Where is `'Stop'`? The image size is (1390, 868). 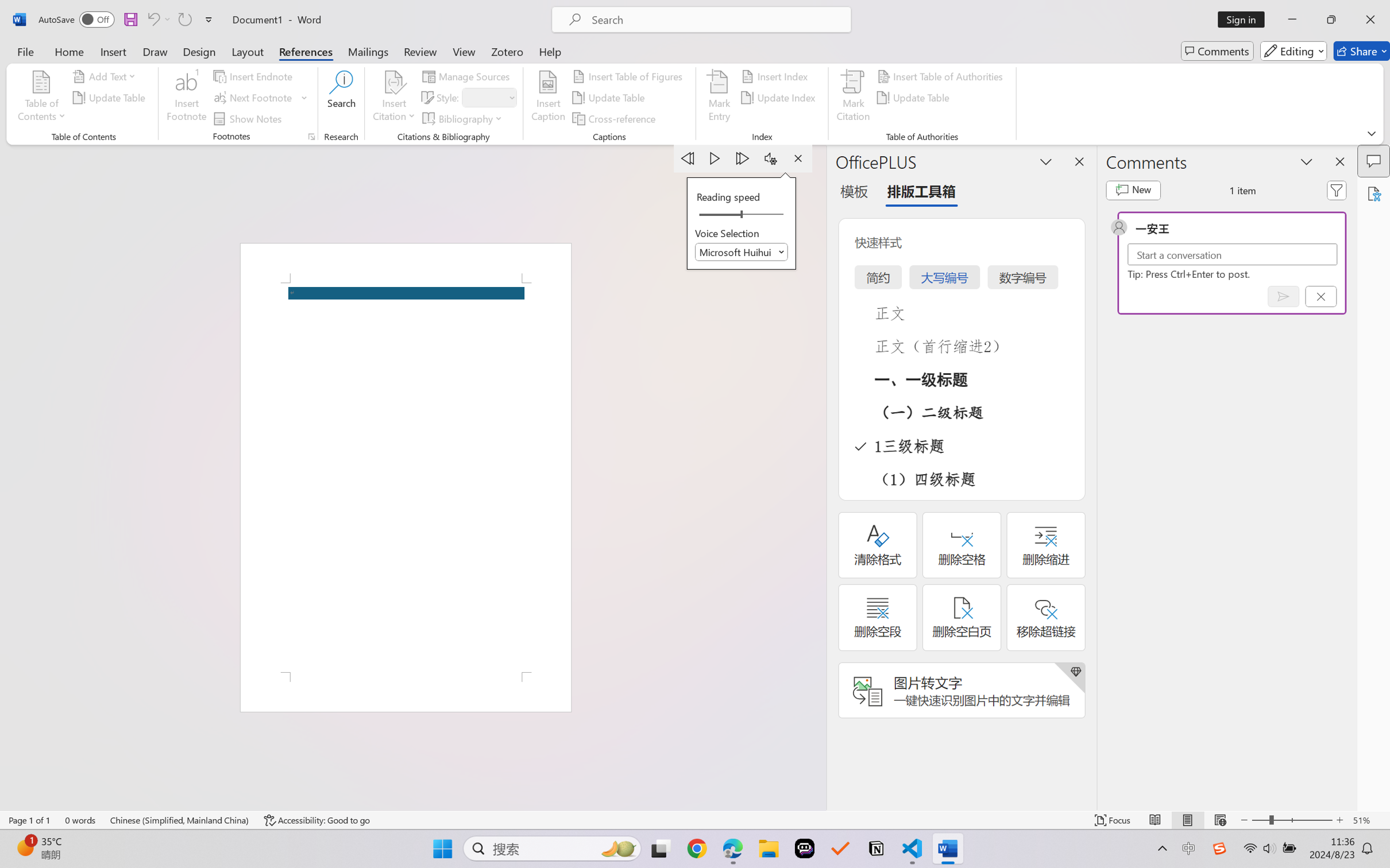
'Stop' is located at coordinates (797, 158).